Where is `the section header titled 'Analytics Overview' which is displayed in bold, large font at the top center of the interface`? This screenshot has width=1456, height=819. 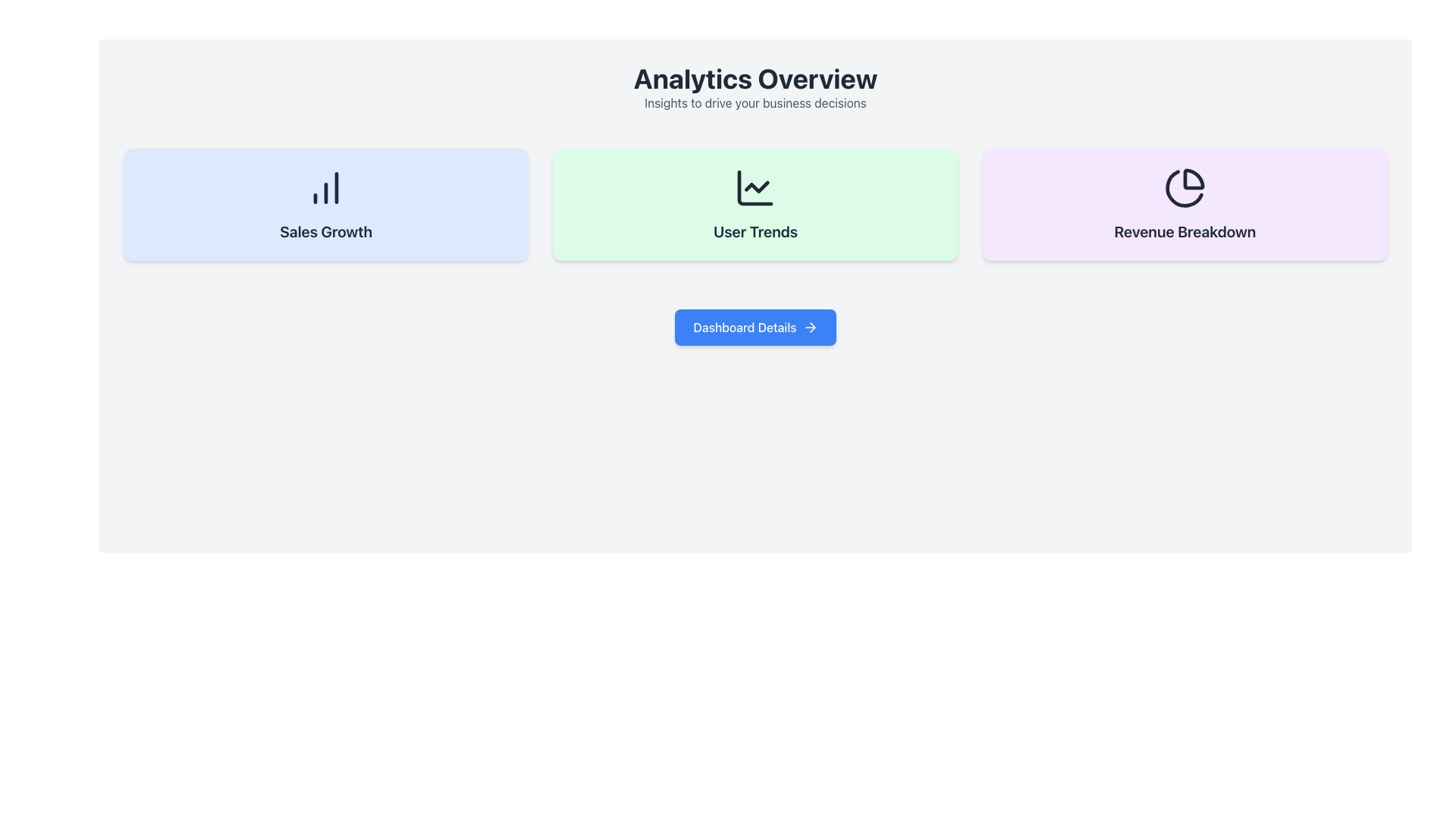 the section header titled 'Analytics Overview' which is displayed in bold, large font at the top center of the interface is located at coordinates (755, 87).